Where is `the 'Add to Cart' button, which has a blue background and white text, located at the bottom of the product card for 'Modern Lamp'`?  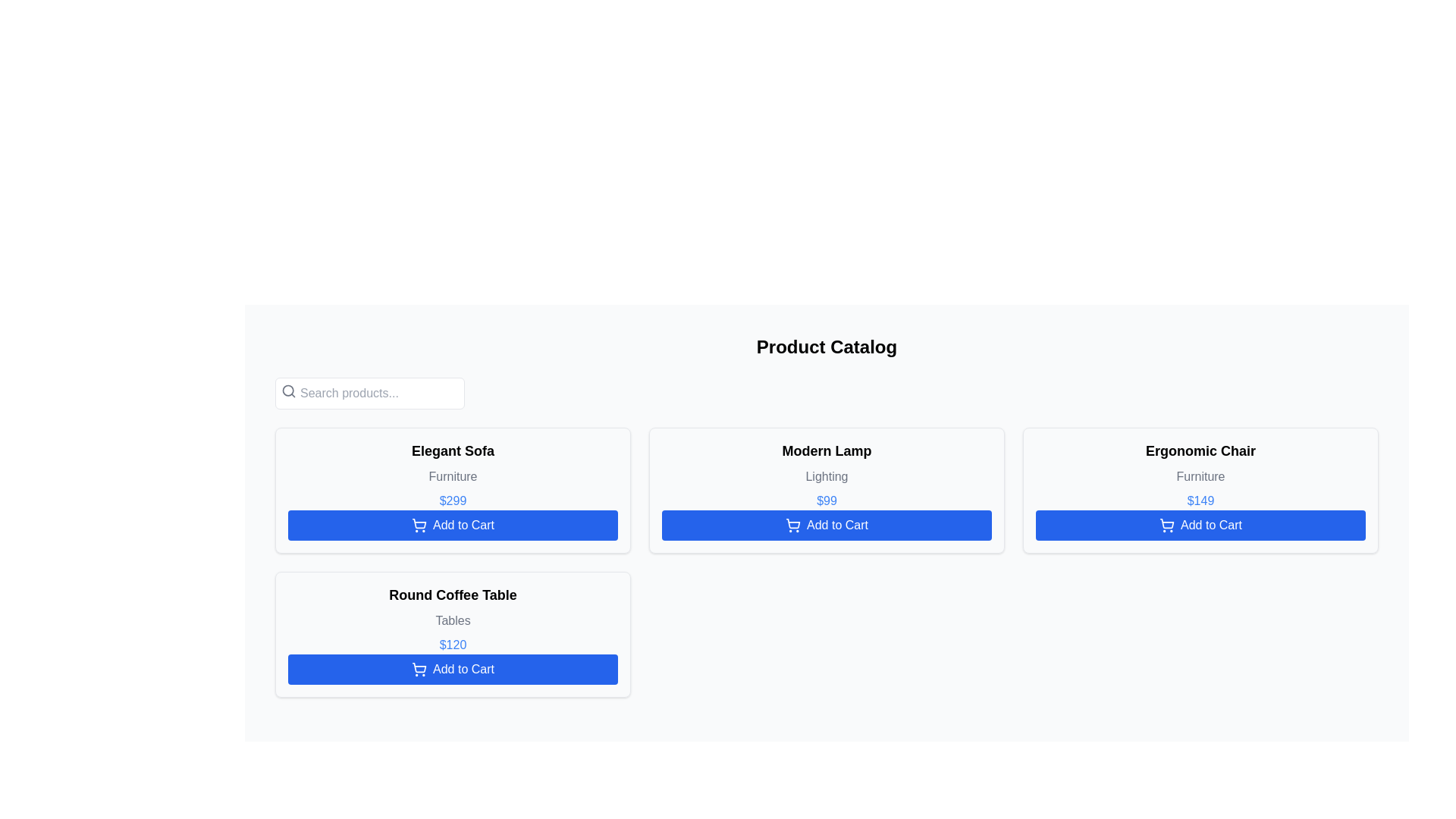
the 'Add to Cart' button, which has a blue background and white text, located at the bottom of the product card for 'Modern Lamp' is located at coordinates (826, 525).